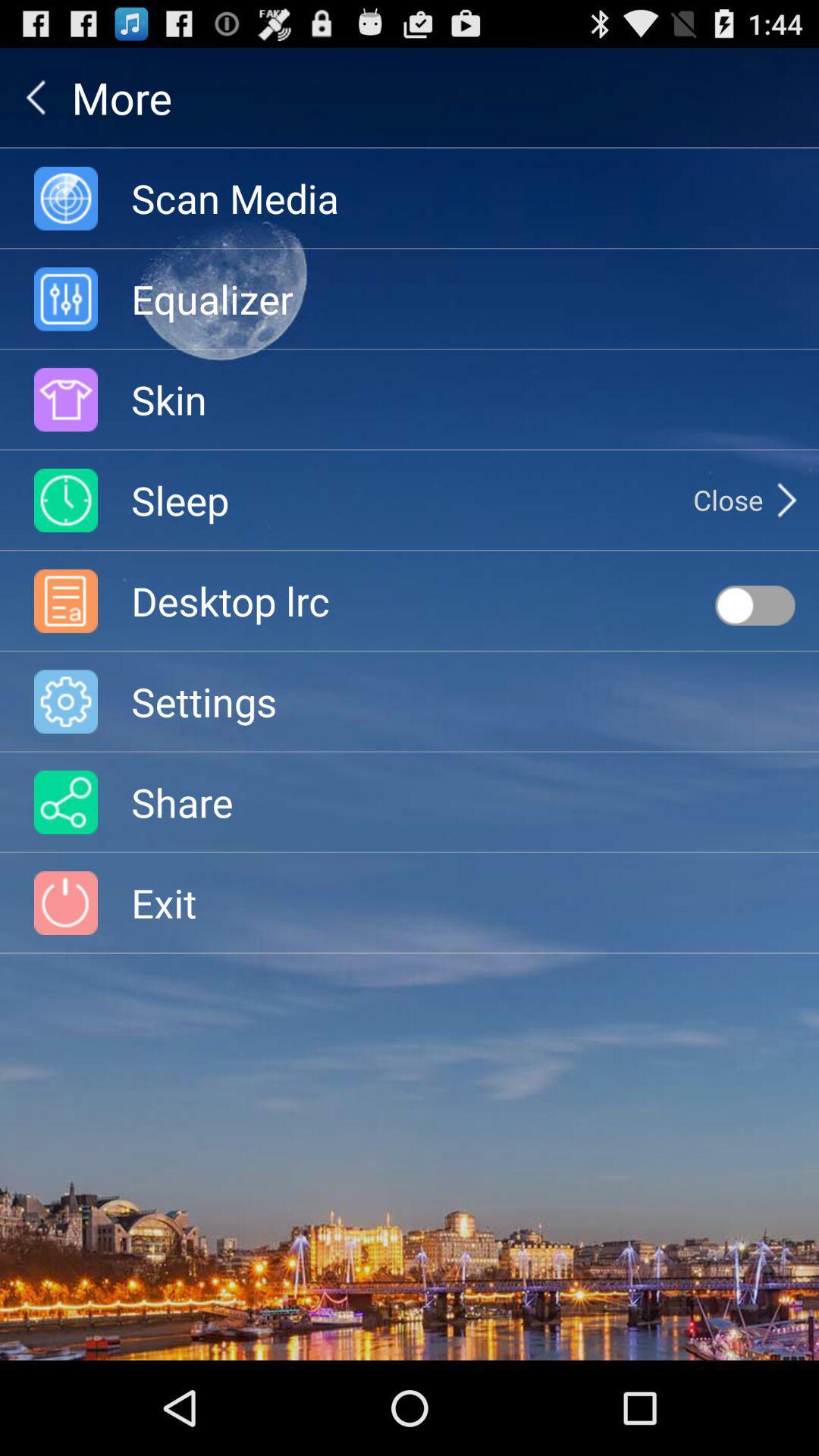  Describe the element at coordinates (755, 604) in the screenshot. I see `item next to the desktop lrc` at that location.